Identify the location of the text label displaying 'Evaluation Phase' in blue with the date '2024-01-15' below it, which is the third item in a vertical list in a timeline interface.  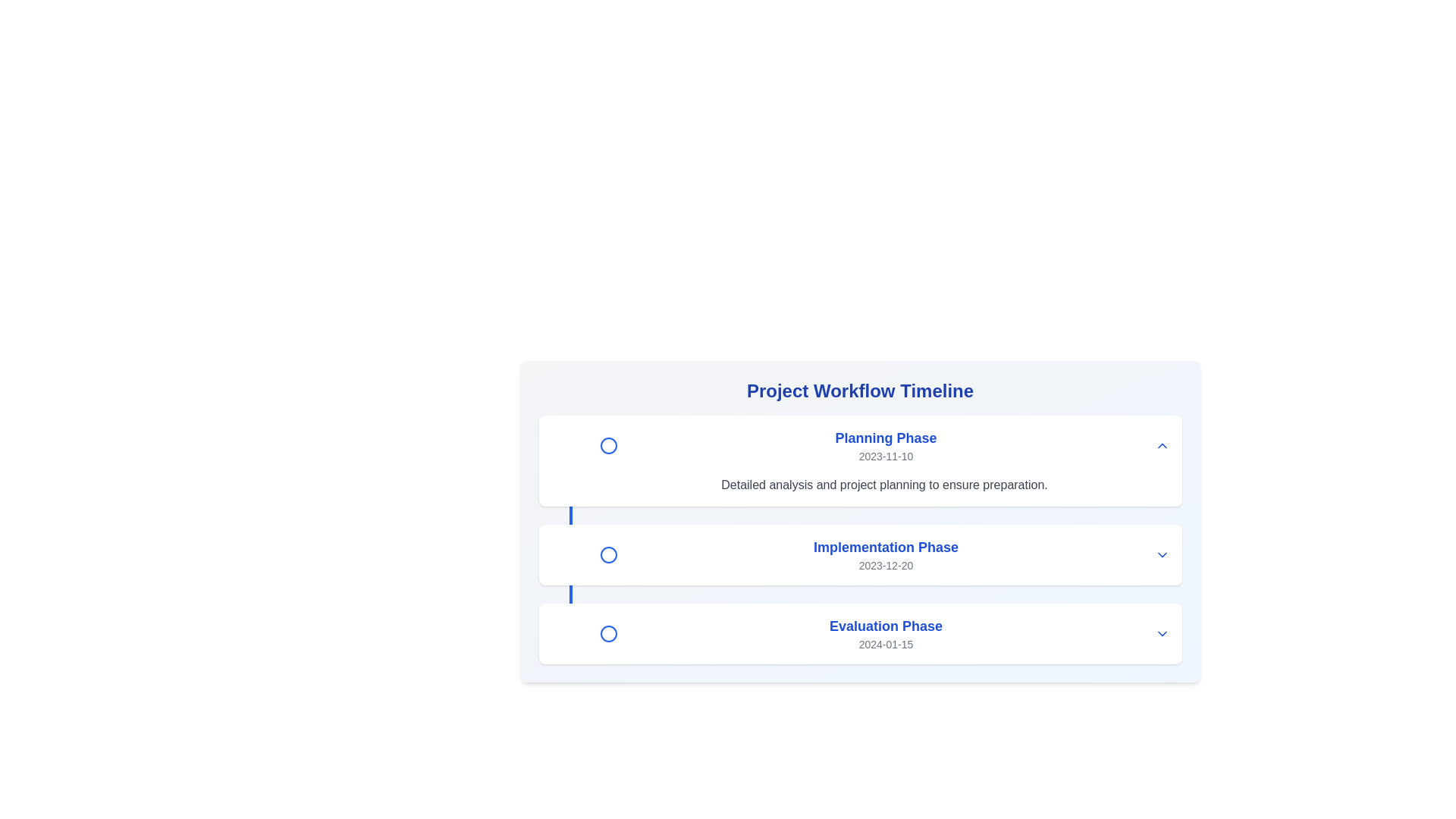
(886, 634).